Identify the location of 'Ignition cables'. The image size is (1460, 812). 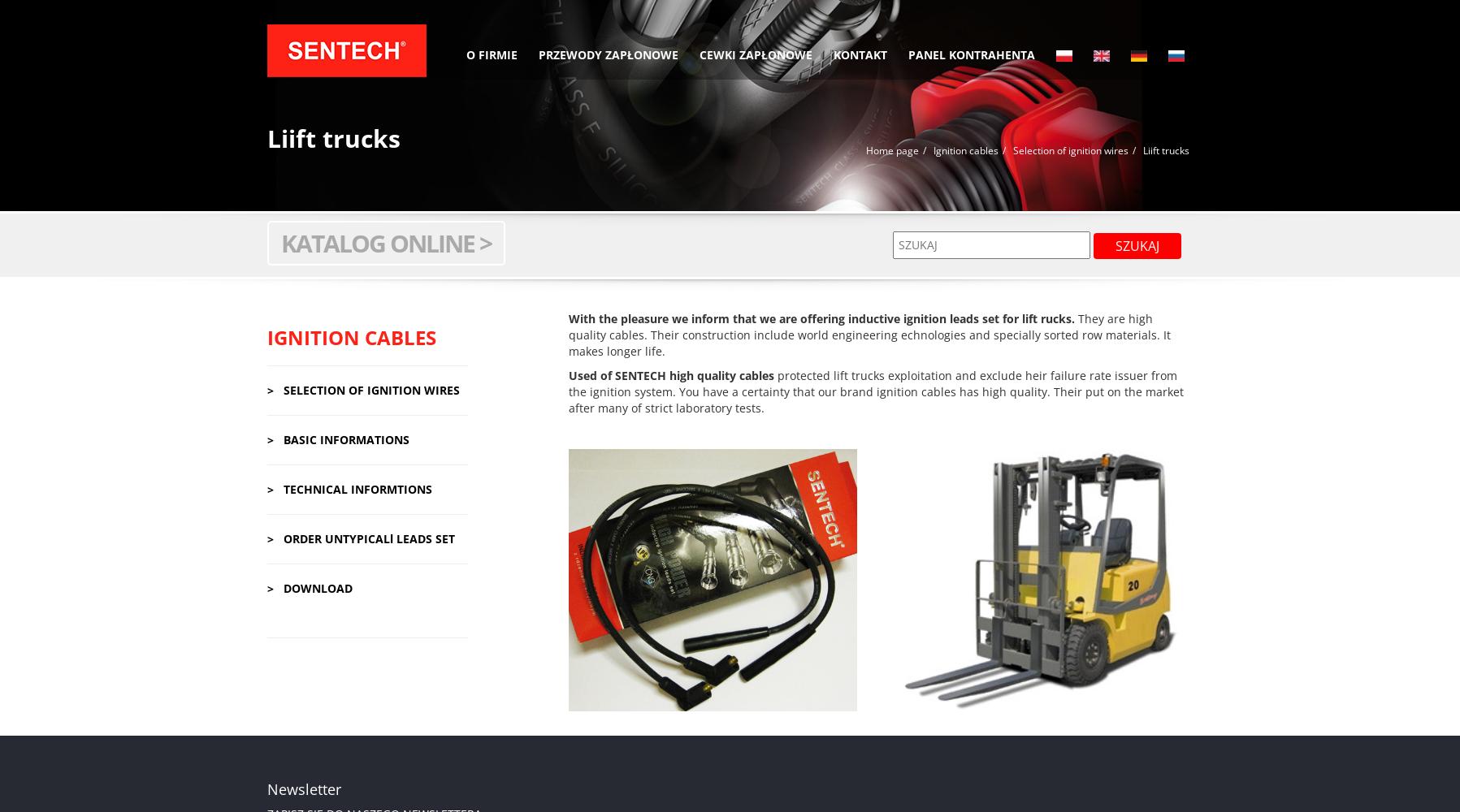
(964, 149).